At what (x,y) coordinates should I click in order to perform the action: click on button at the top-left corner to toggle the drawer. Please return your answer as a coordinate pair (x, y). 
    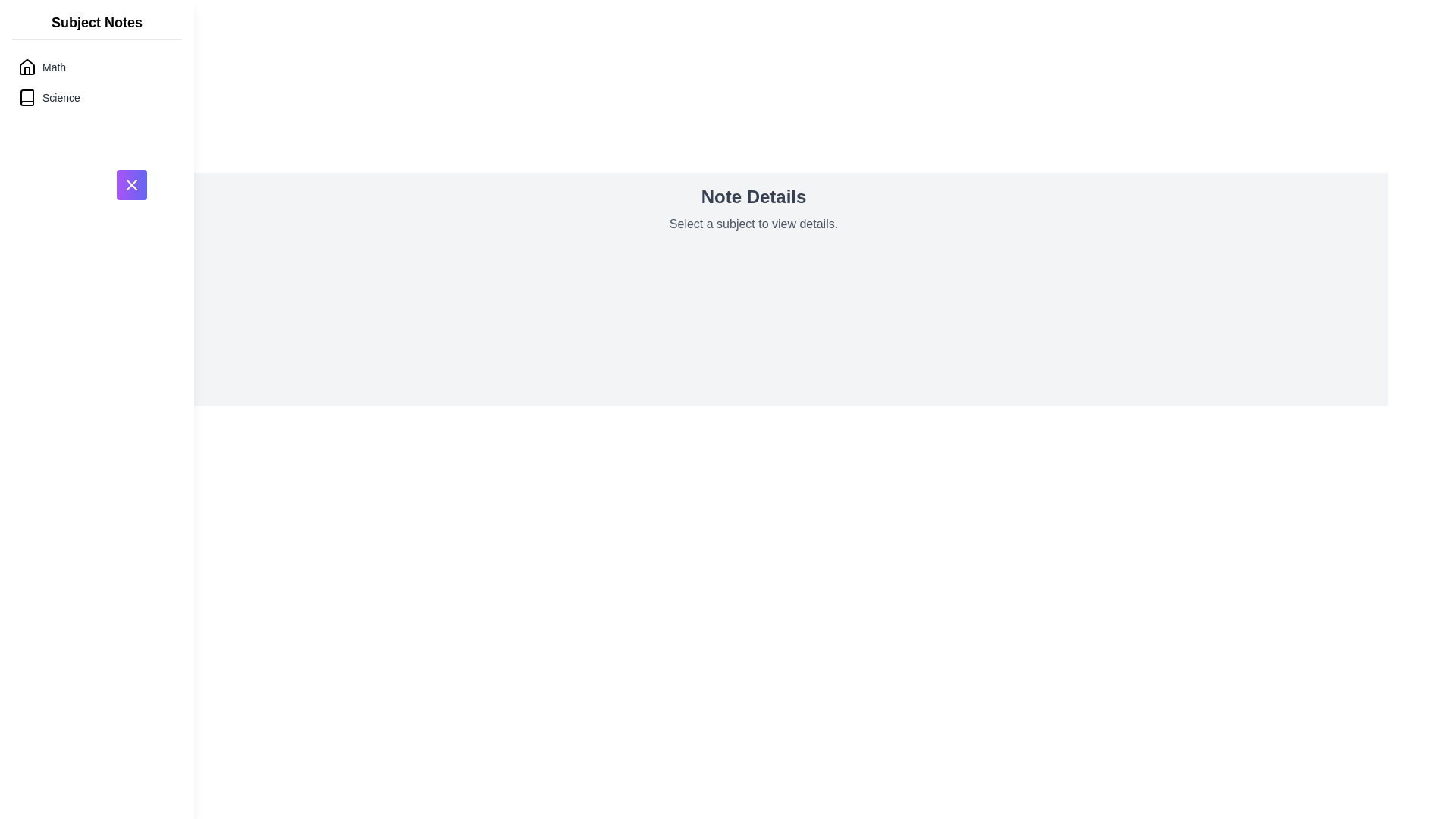
    Looking at the image, I should click on (131, 184).